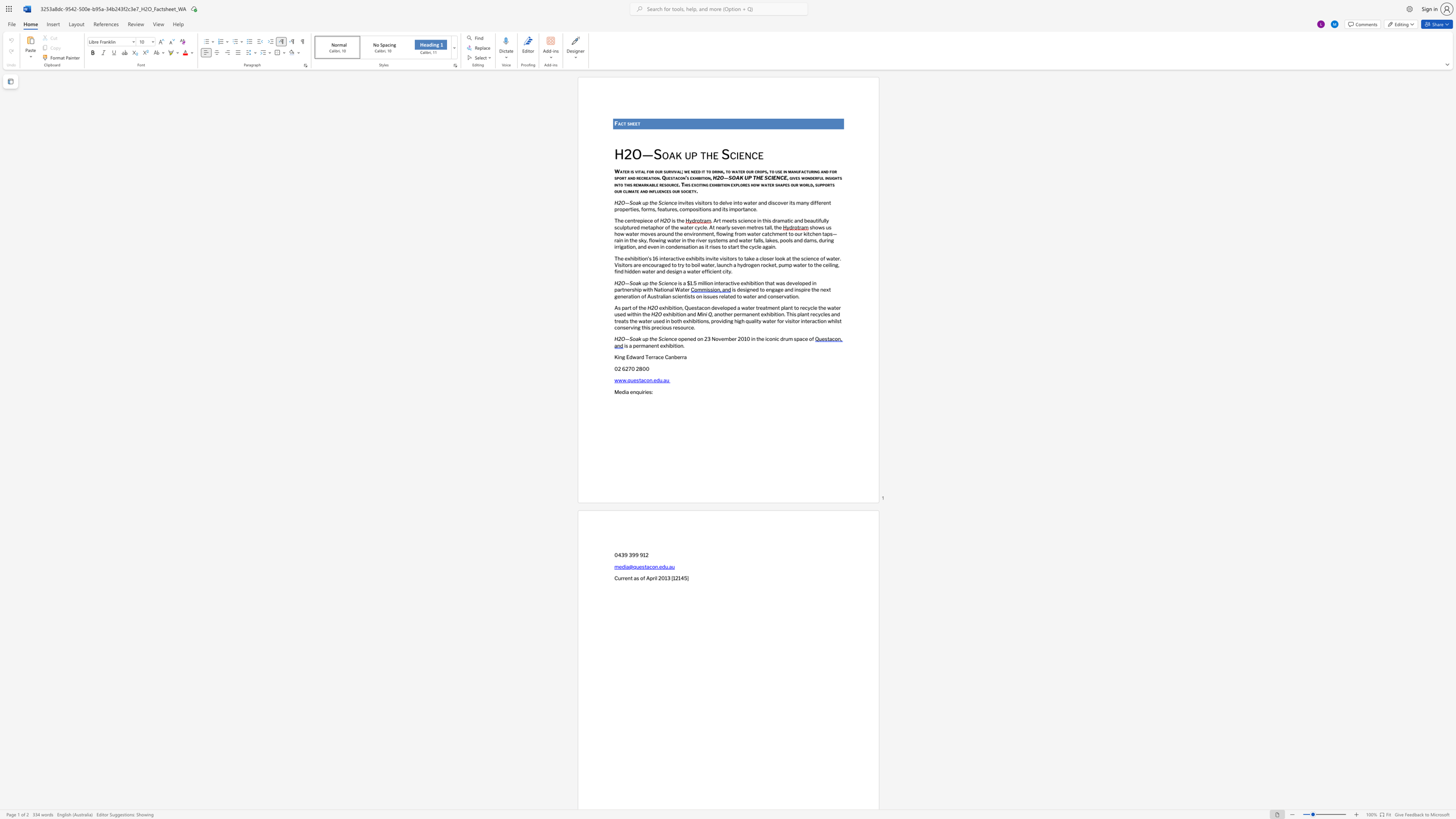 Image resolution: width=1456 pixels, height=819 pixels. Describe the element at coordinates (621, 283) in the screenshot. I see `the space between the continuous character "2" and "O" in the text` at that location.